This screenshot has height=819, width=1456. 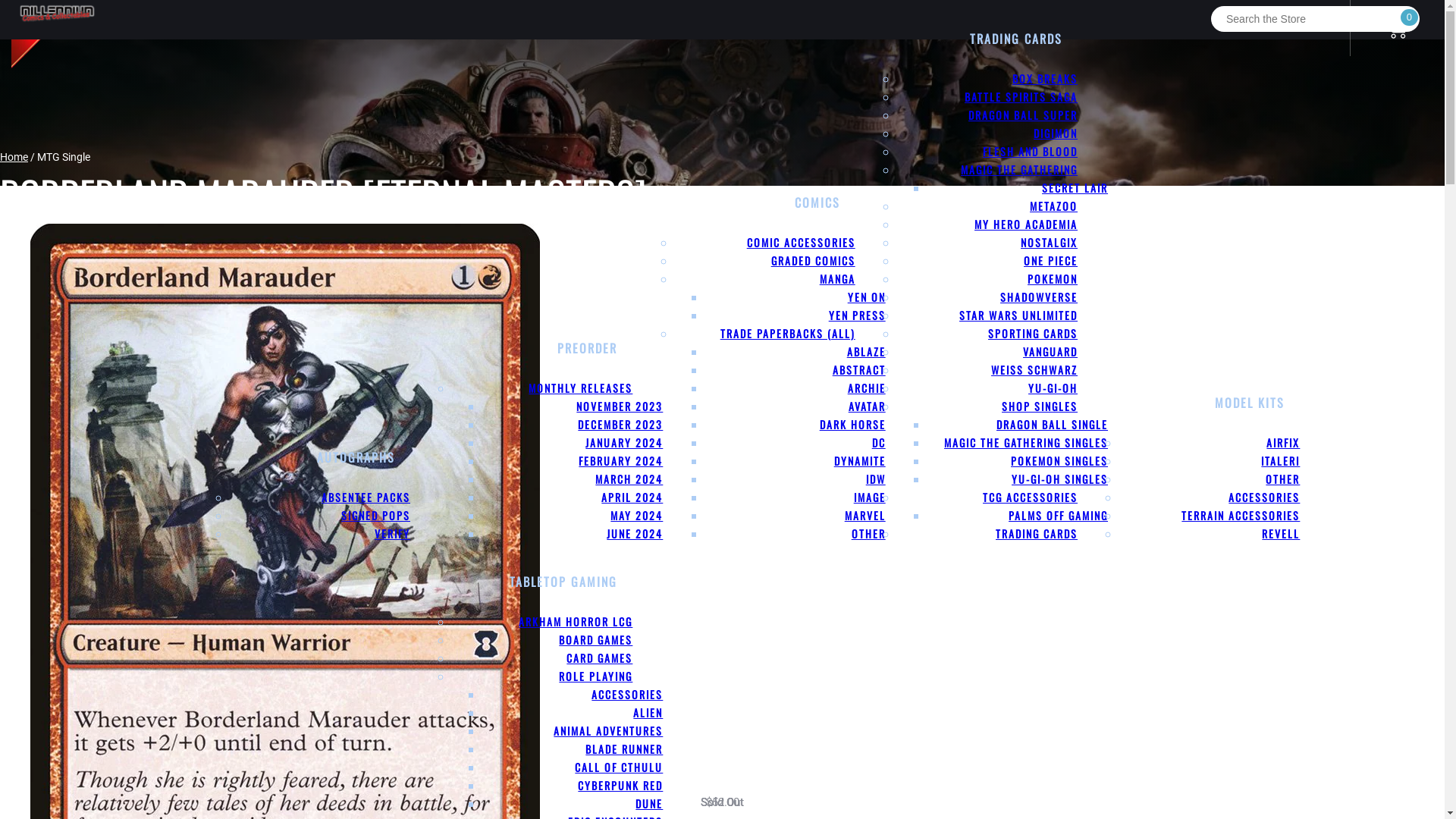 What do you see at coordinates (1057, 514) in the screenshot?
I see `'PALMS OFF GAMING'` at bounding box center [1057, 514].